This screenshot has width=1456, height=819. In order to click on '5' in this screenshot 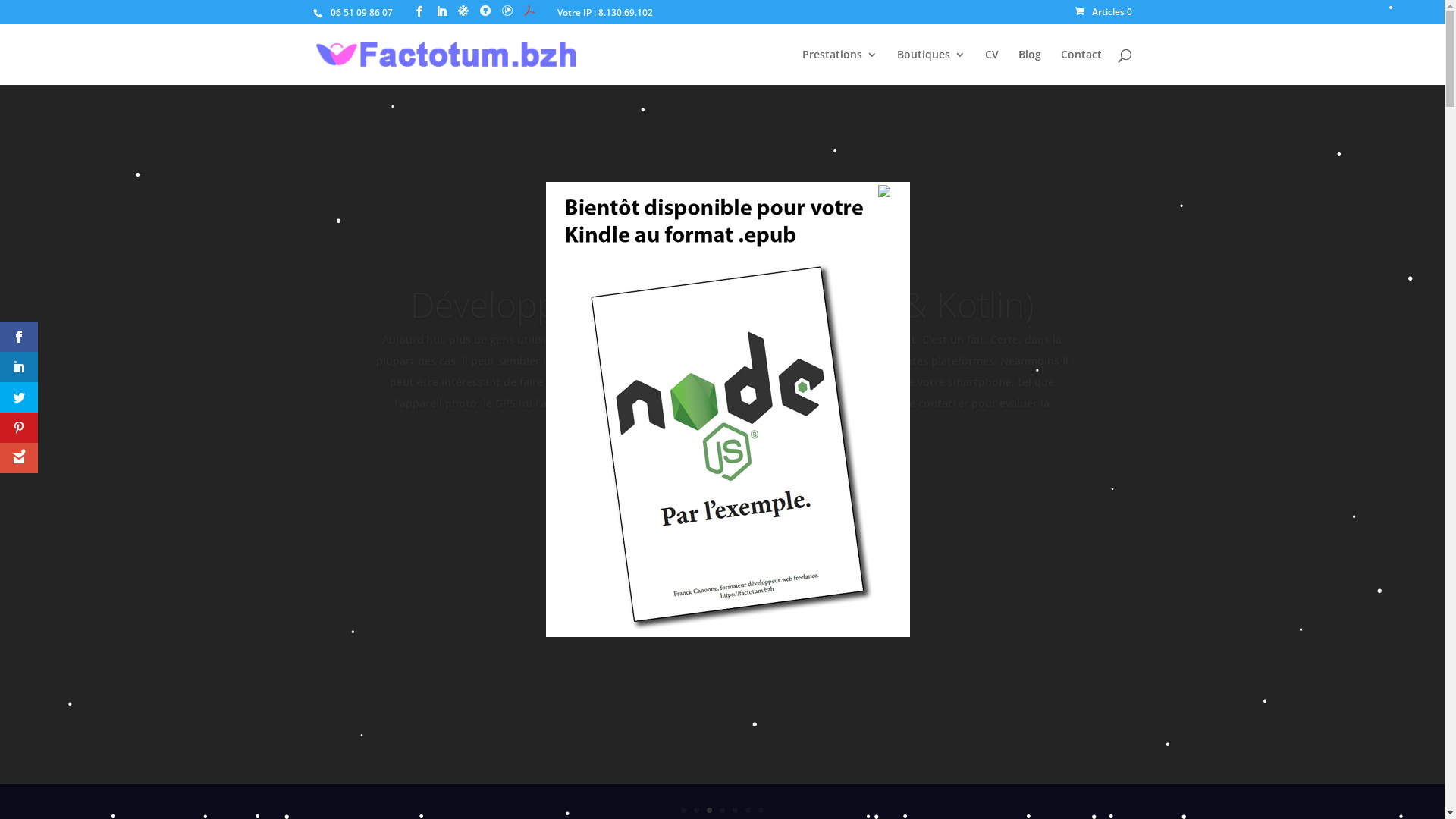, I will do `click(735, 809)`.